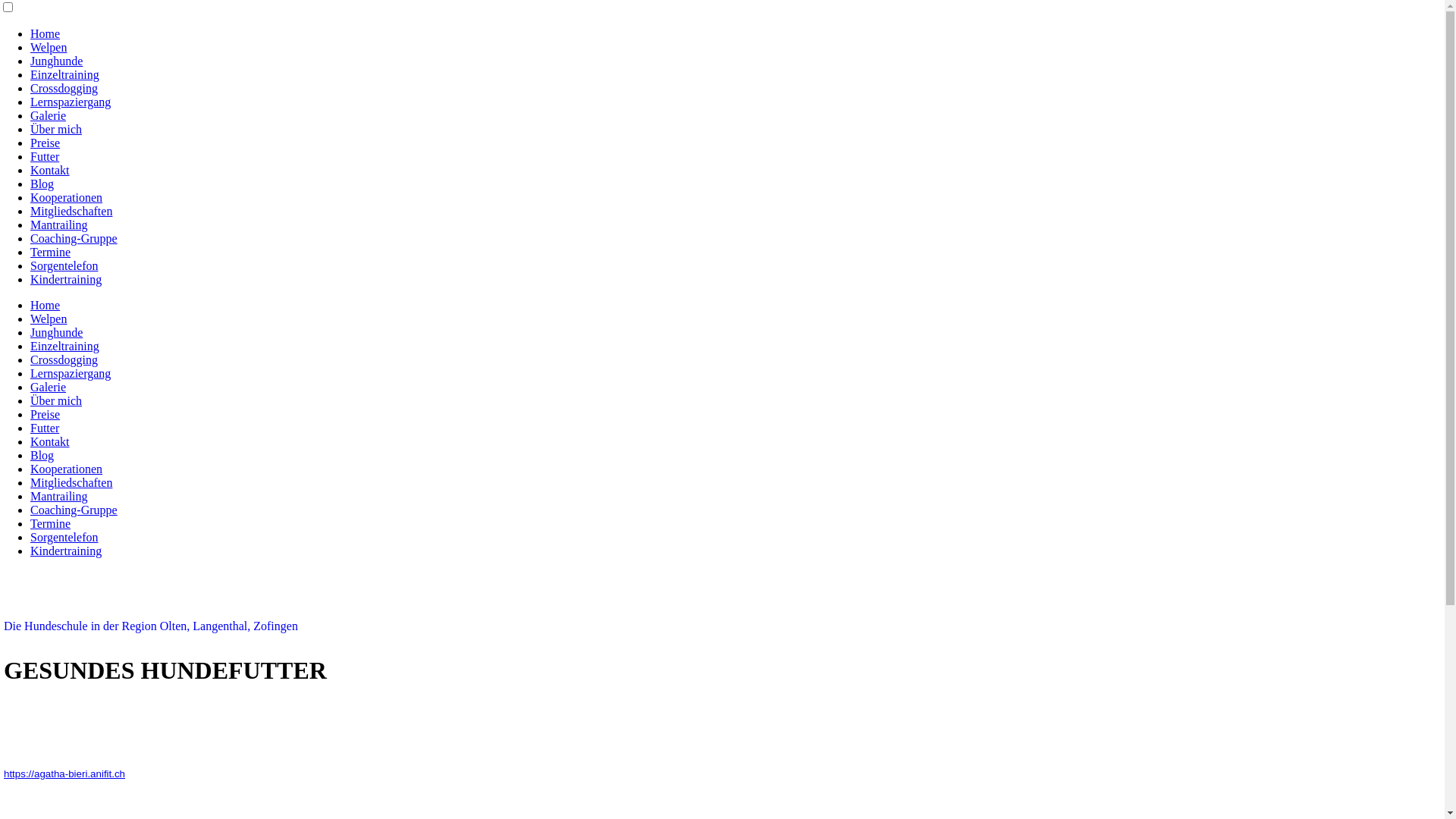  I want to click on 'Einzeltraining', so click(30, 74).